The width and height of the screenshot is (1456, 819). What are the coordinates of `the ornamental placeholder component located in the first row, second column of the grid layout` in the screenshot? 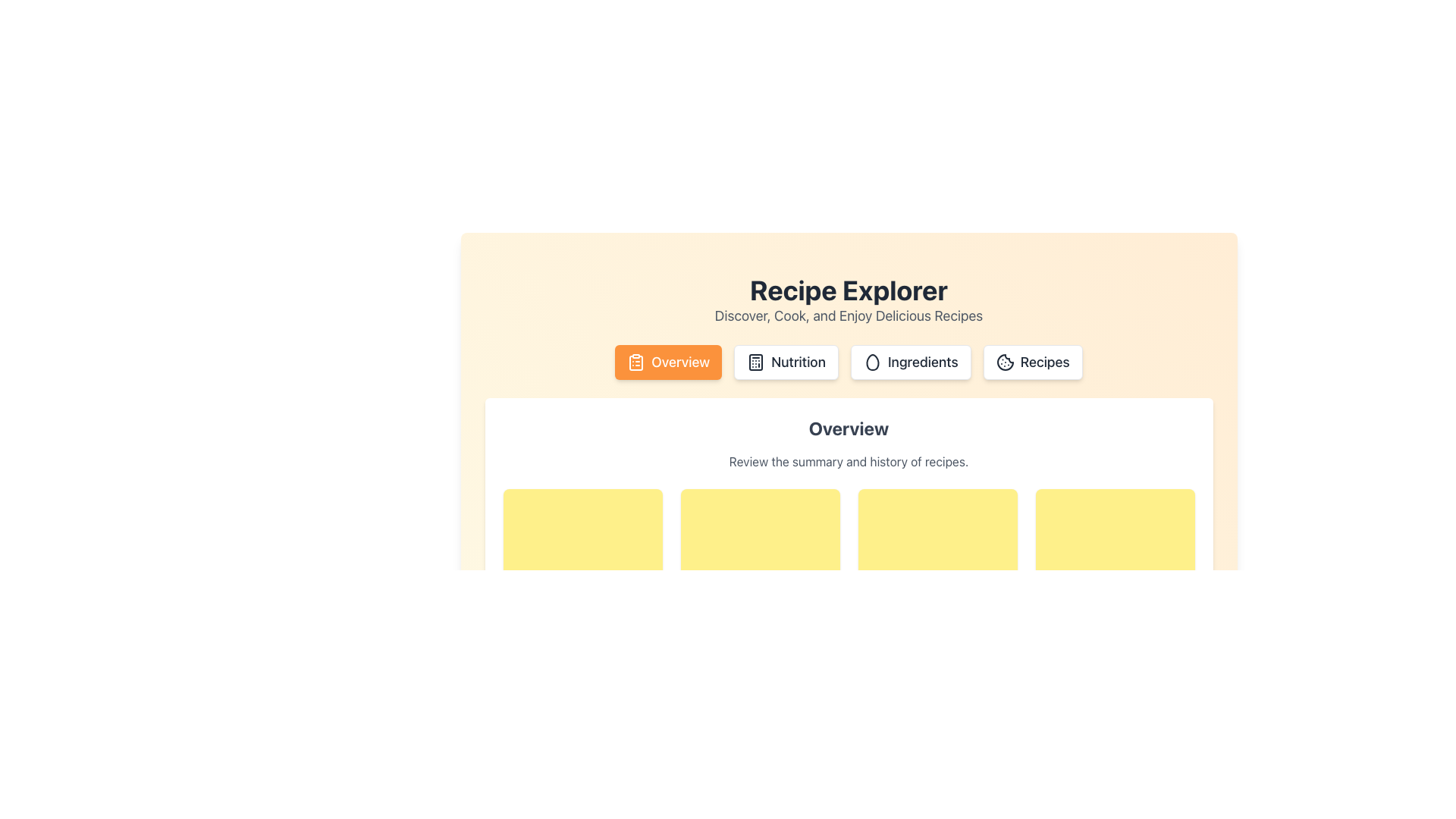 It's located at (760, 568).